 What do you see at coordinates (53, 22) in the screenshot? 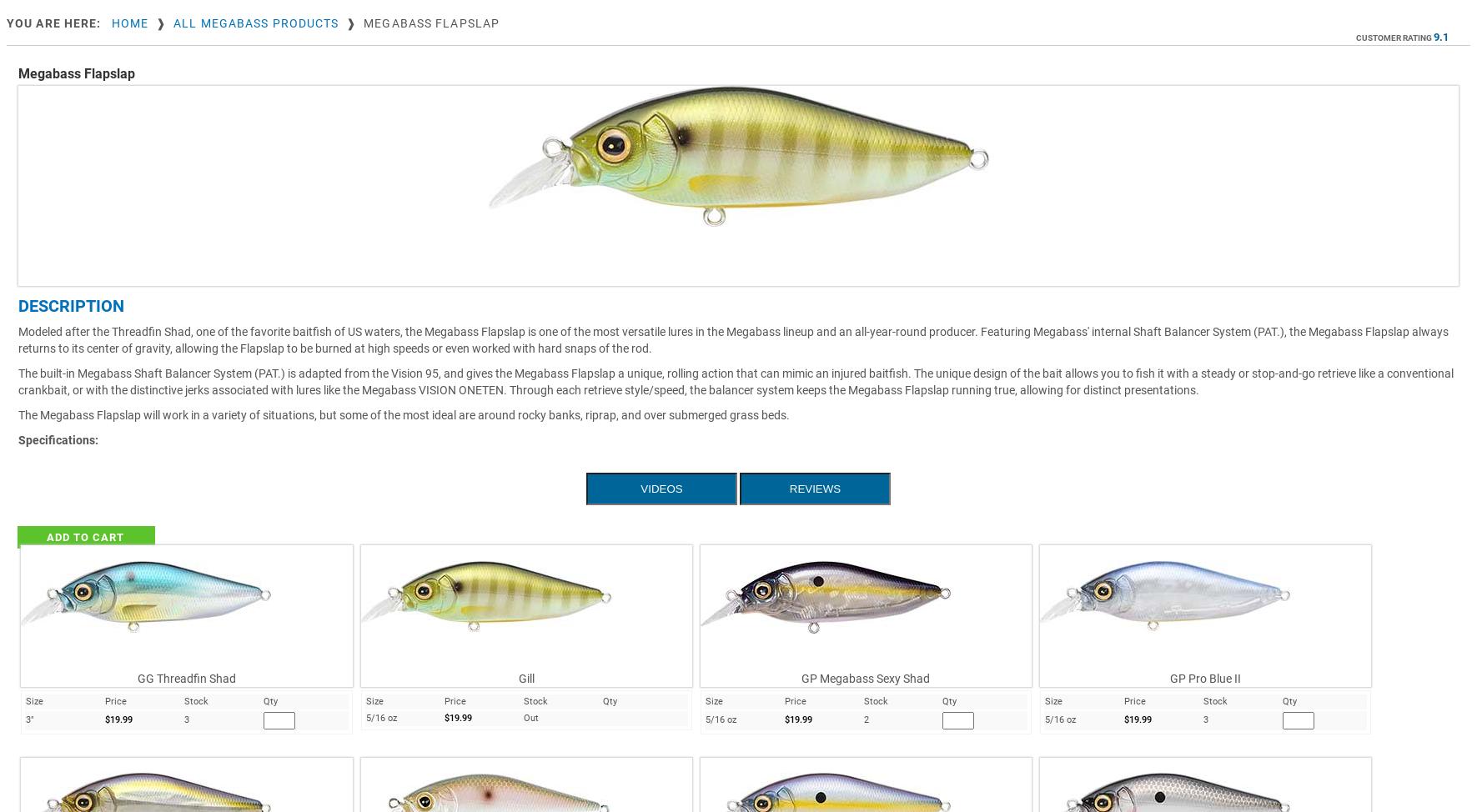
I see `'You Are Here:'` at bounding box center [53, 22].